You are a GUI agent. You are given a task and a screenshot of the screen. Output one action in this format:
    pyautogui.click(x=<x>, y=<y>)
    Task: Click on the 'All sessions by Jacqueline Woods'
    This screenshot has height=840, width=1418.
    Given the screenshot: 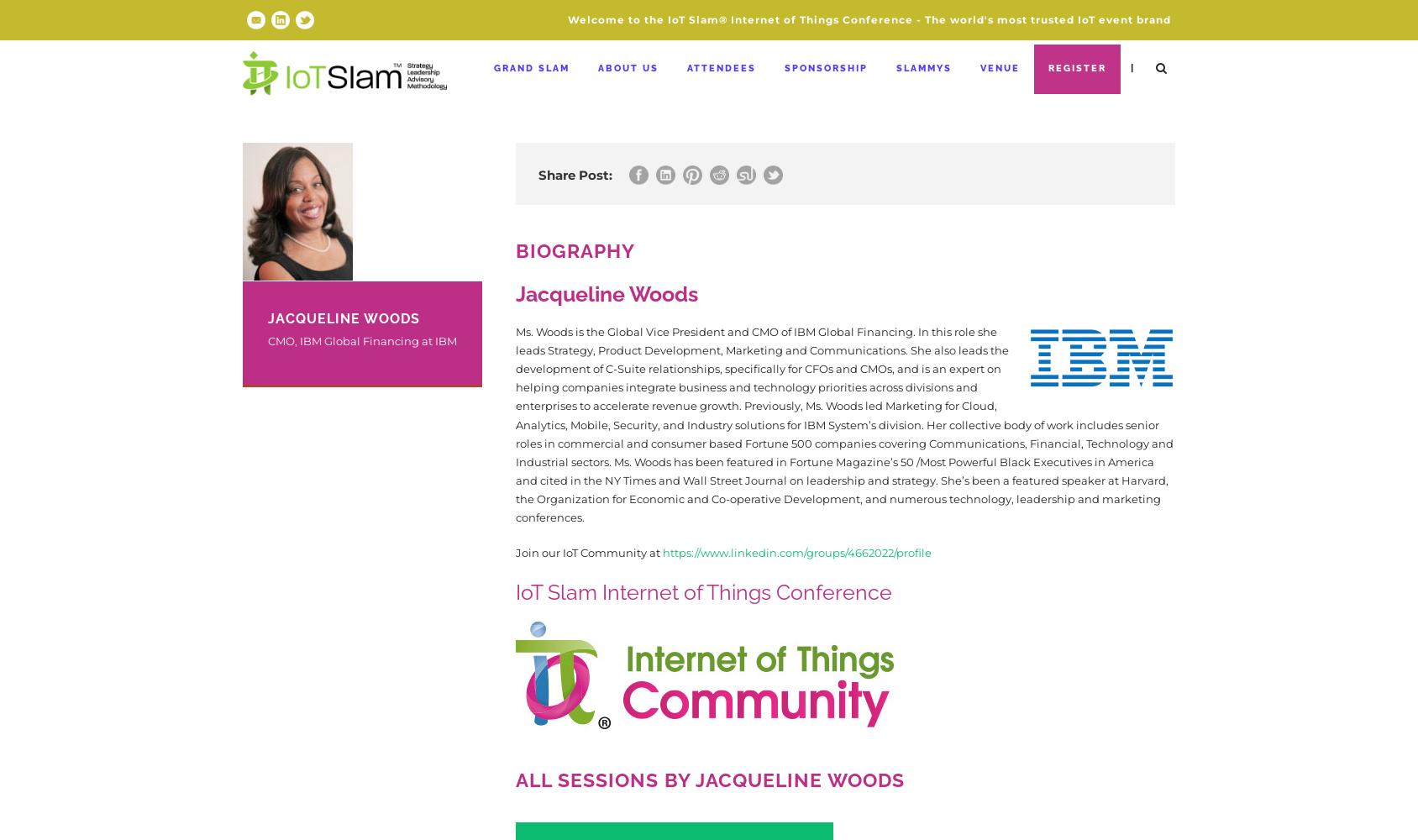 What is the action you would take?
    pyautogui.click(x=709, y=779)
    